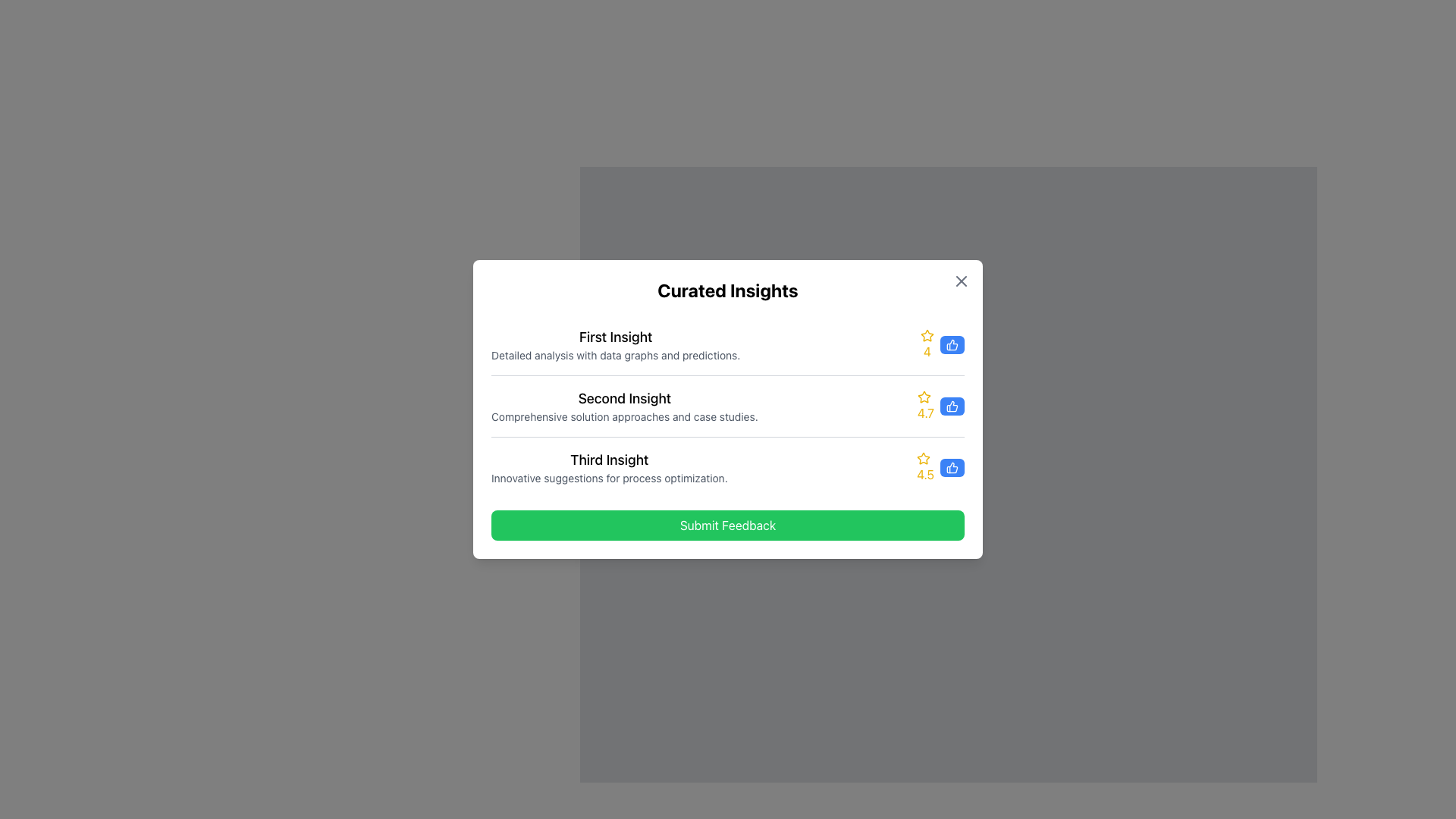  Describe the element at coordinates (624, 397) in the screenshot. I see `text label 'Second Insight', which is styled as a bold and larger title, positioned in the middle of the dialog box above the descriptive text` at that location.